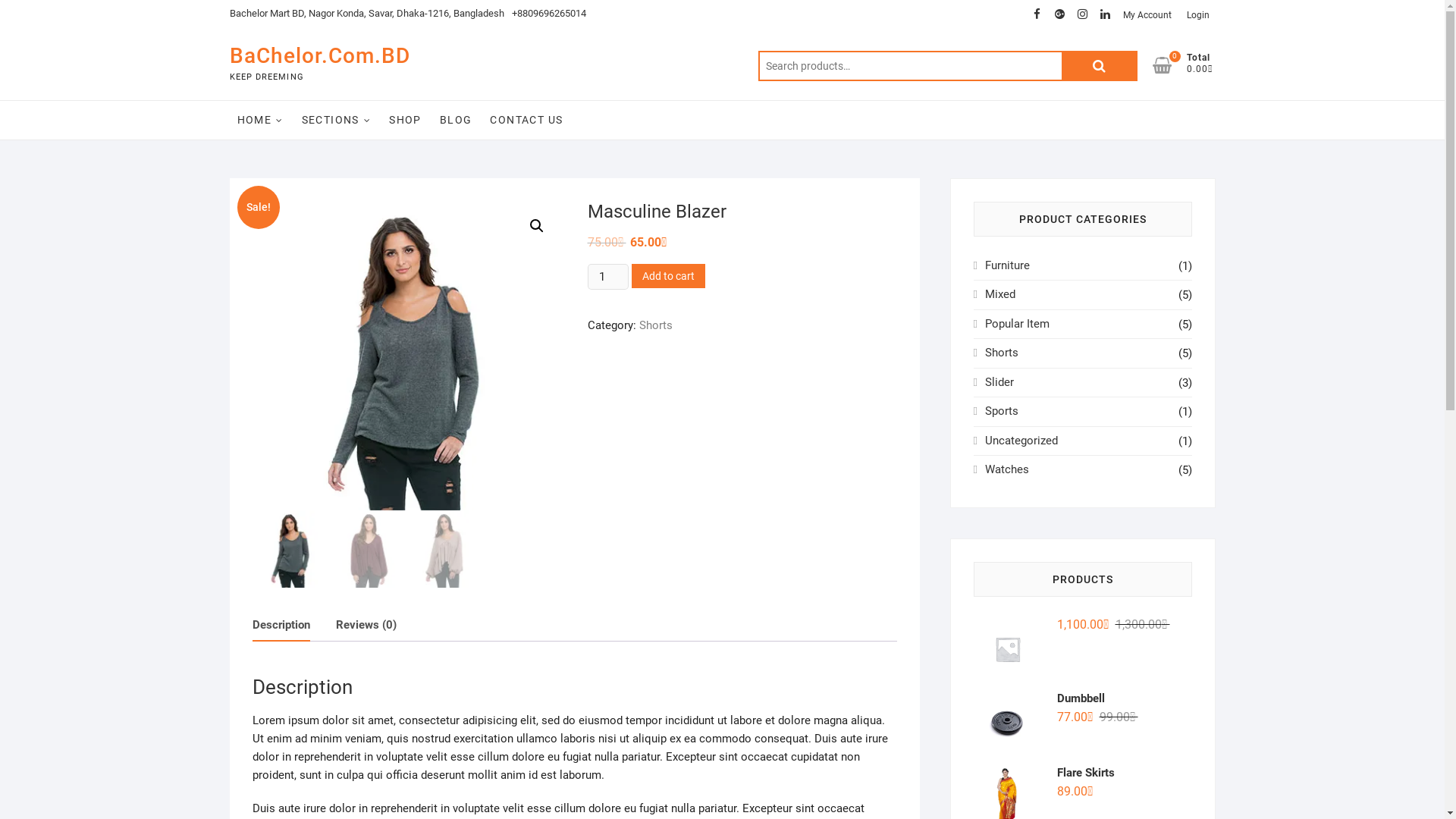  Describe the element at coordinates (280, 625) in the screenshot. I see `'Description'` at that location.